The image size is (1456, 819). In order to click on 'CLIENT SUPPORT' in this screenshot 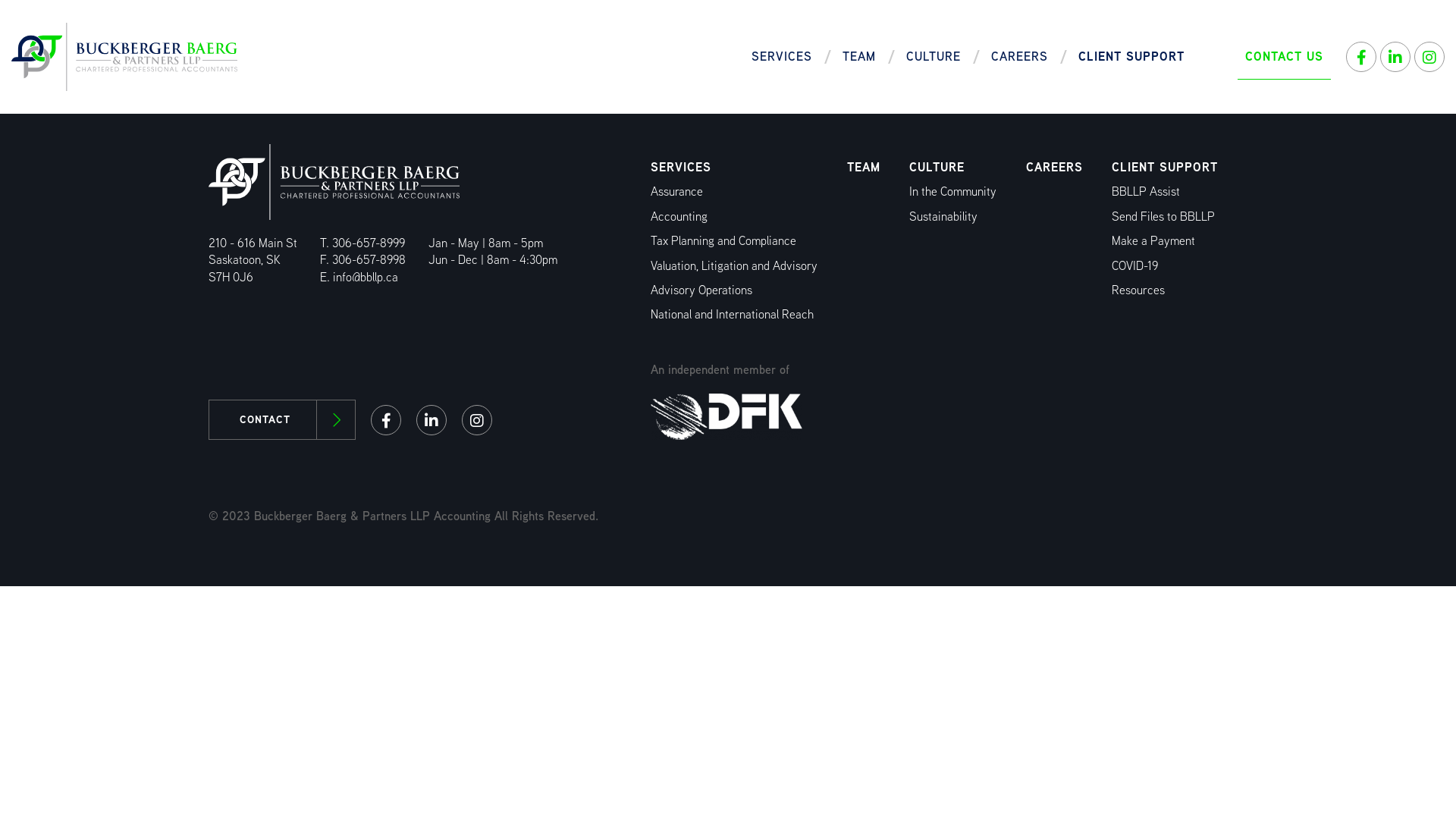, I will do `click(1131, 55)`.